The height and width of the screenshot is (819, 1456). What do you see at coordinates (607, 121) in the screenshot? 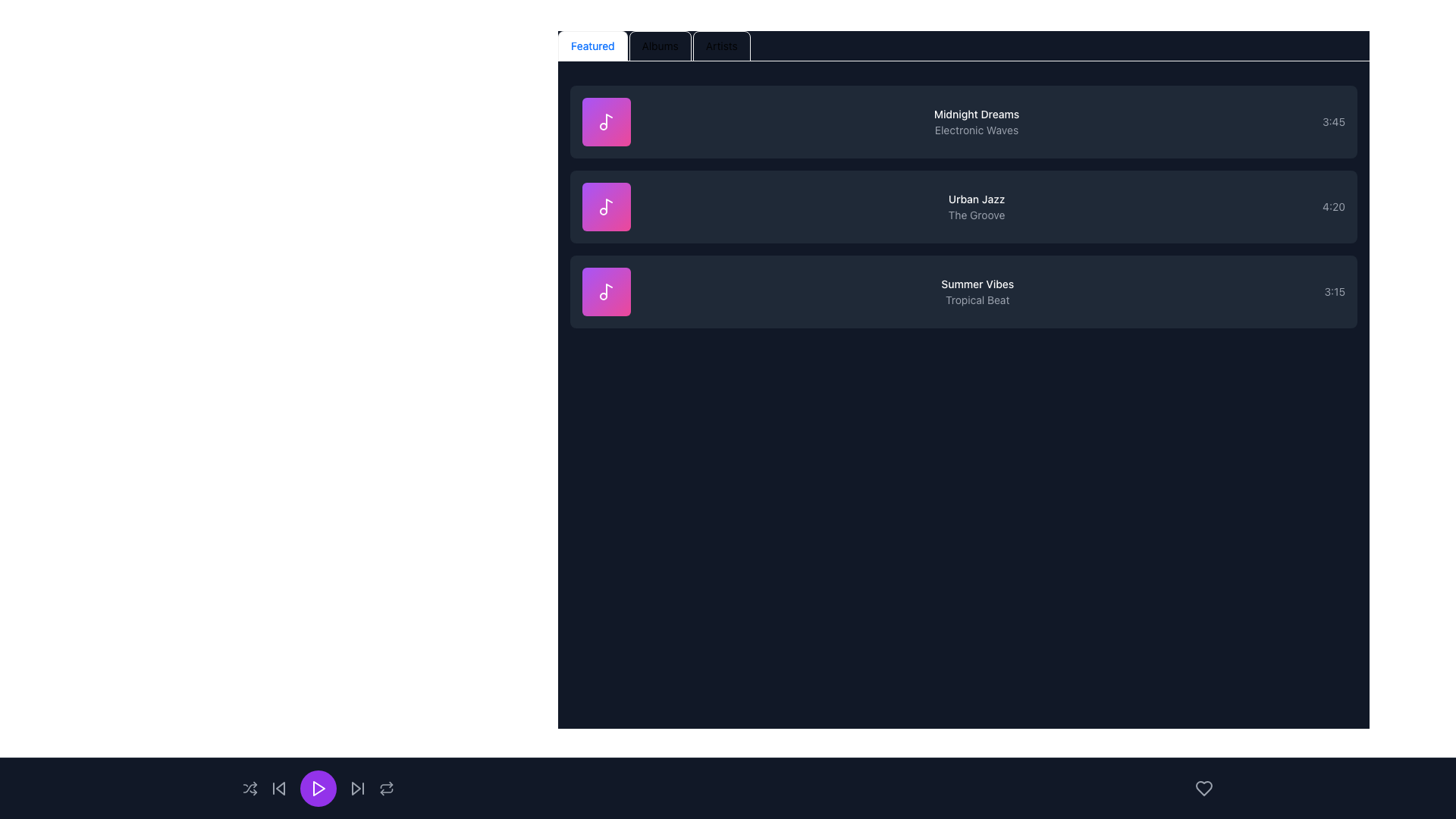
I see `the square-shaped icon with a gradient background transitioning from purple to pink that contains a white music note, located on the left side of the list item labeled 'Midnight Dreams' and 'Electronic Waves'` at bounding box center [607, 121].